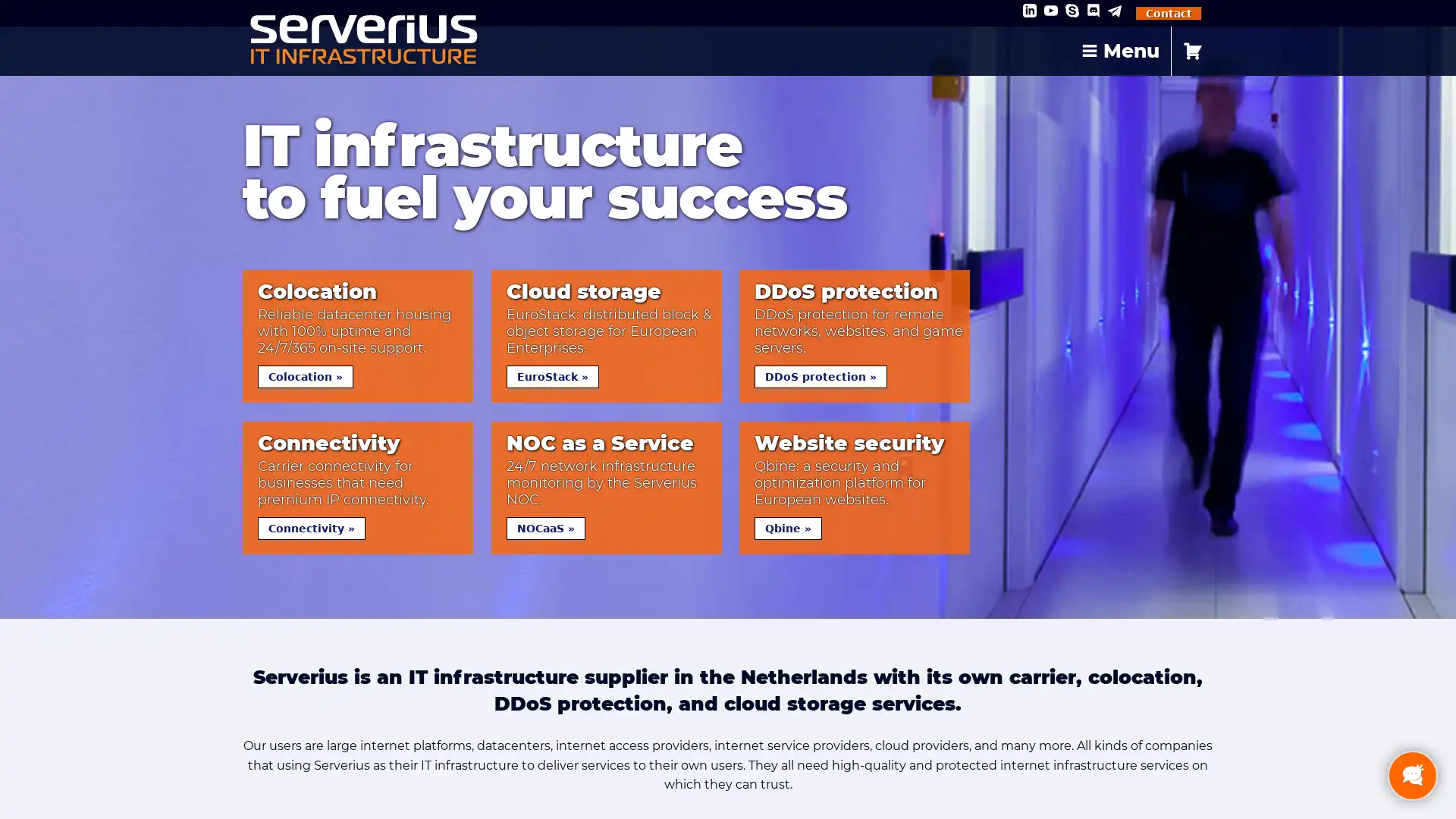  I want to click on EuroStack, so click(551, 375).